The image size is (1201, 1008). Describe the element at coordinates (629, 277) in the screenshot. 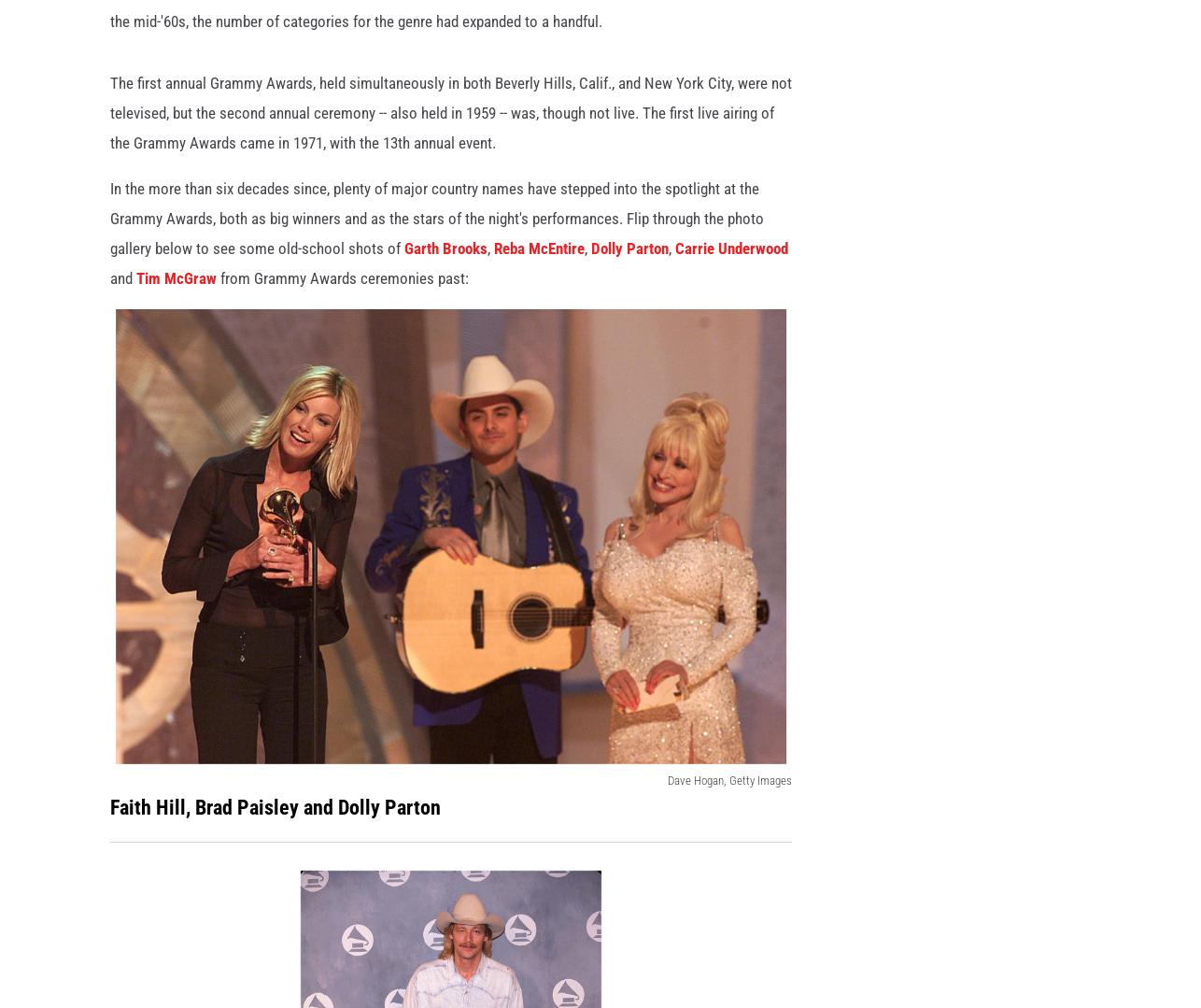

I see `'Dolly Parton'` at that location.